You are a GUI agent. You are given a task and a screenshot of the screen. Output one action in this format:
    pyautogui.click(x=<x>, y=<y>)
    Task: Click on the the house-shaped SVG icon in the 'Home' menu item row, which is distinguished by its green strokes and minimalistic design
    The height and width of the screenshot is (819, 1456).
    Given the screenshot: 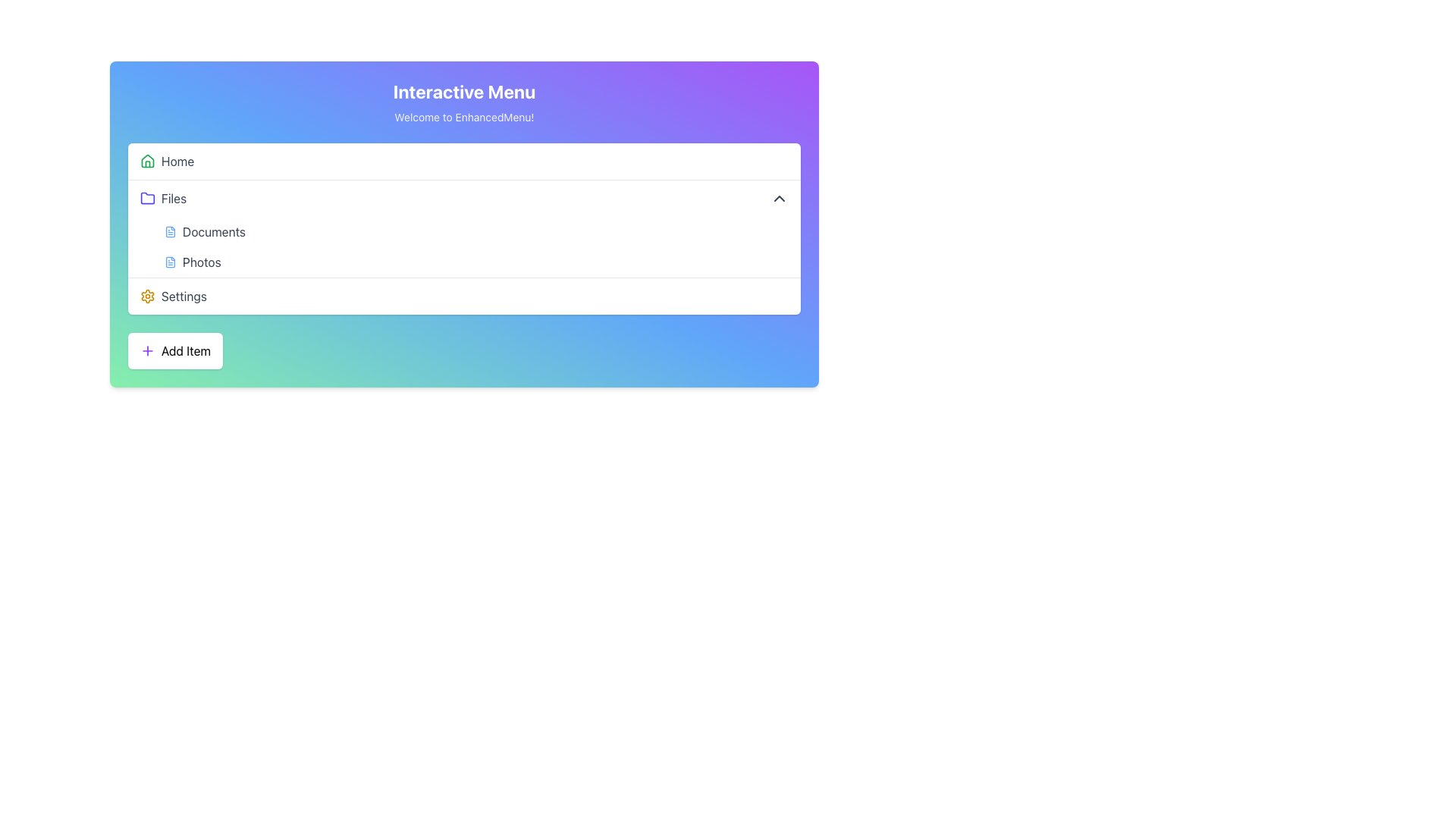 What is the action you would take?
    pyautogui.click(x=148, y=161)
    